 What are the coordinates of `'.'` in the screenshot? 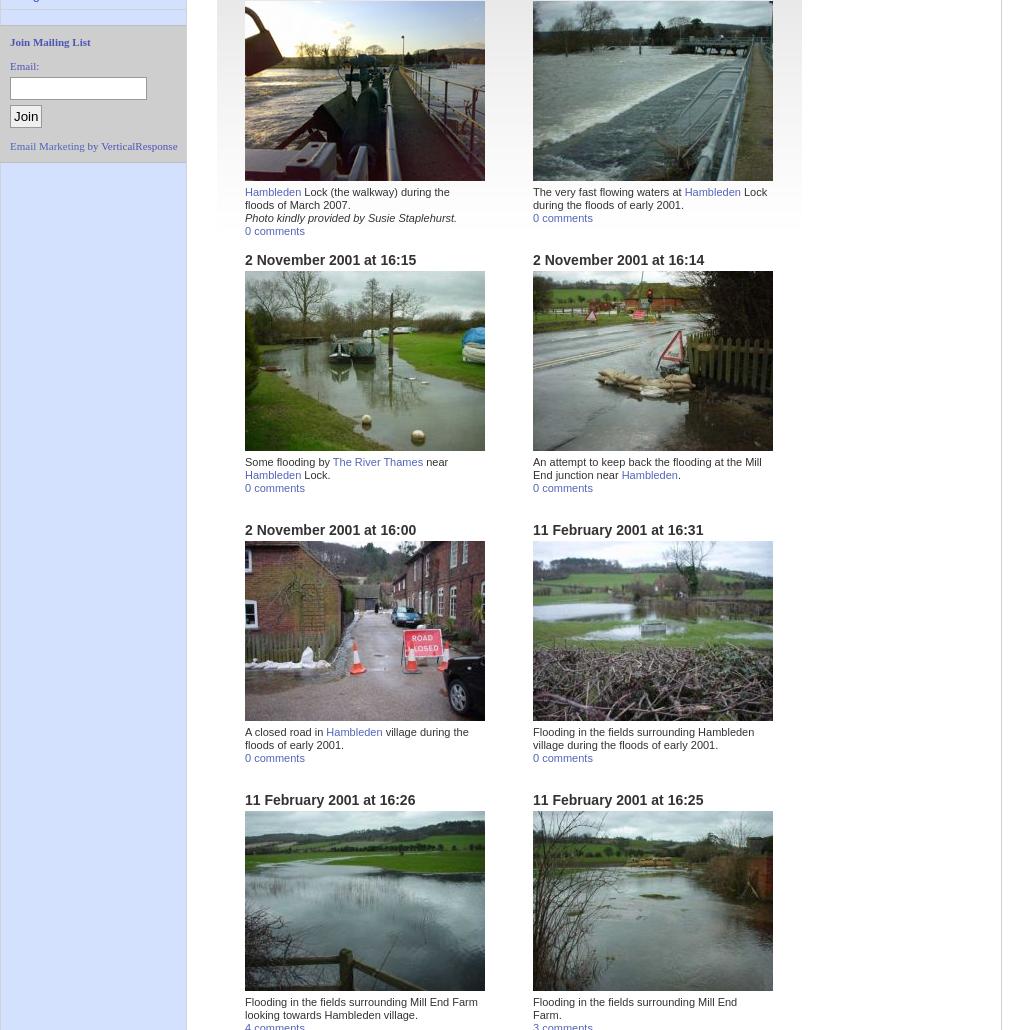 It's located at (679, 474).